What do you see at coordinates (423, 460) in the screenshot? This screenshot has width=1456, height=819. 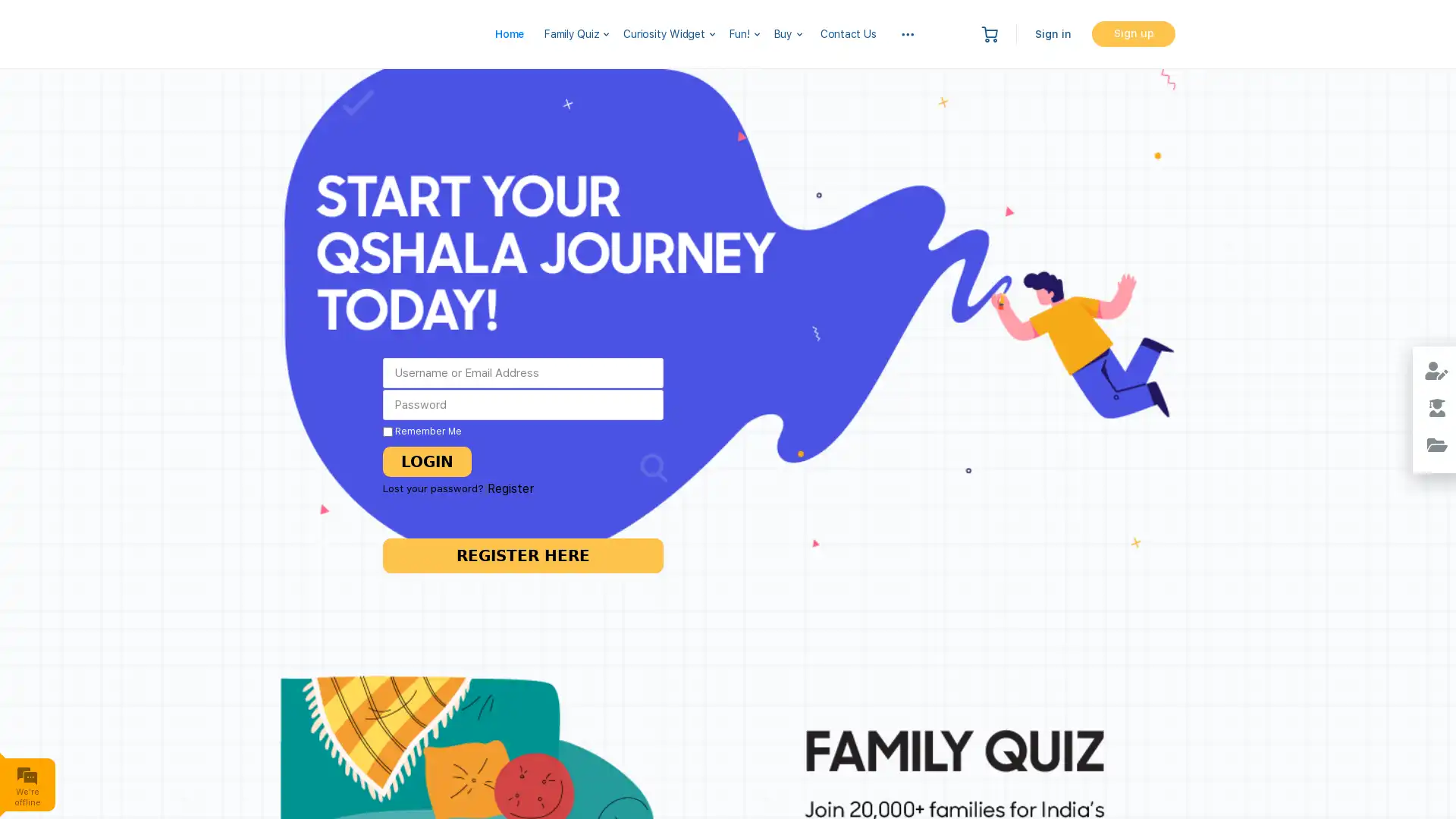 I see `LOGIN` at bounding box center [423, 460].